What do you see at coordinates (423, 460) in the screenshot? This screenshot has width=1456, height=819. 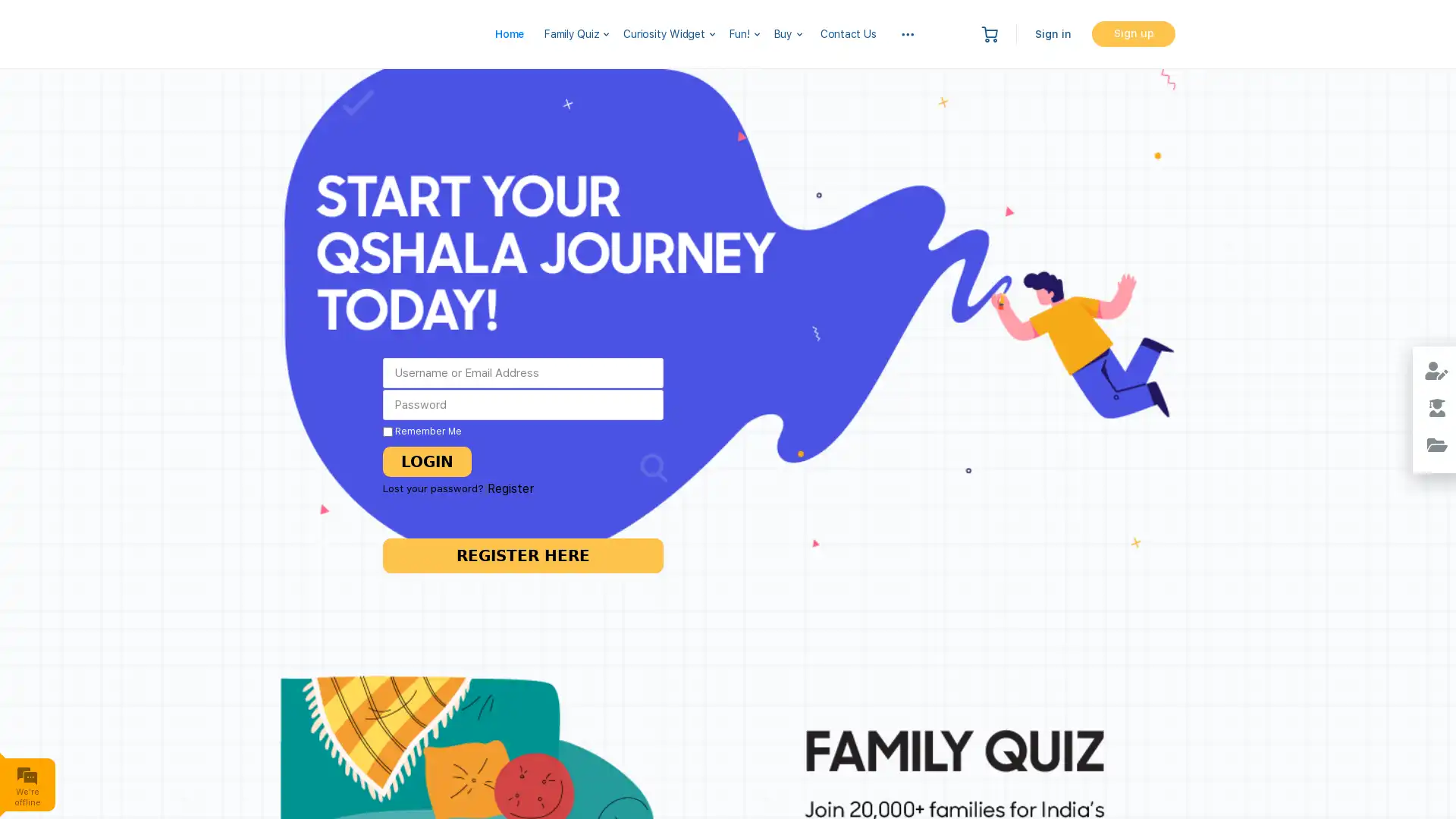 I see `LOGIN` at bounding box center [423, 460].